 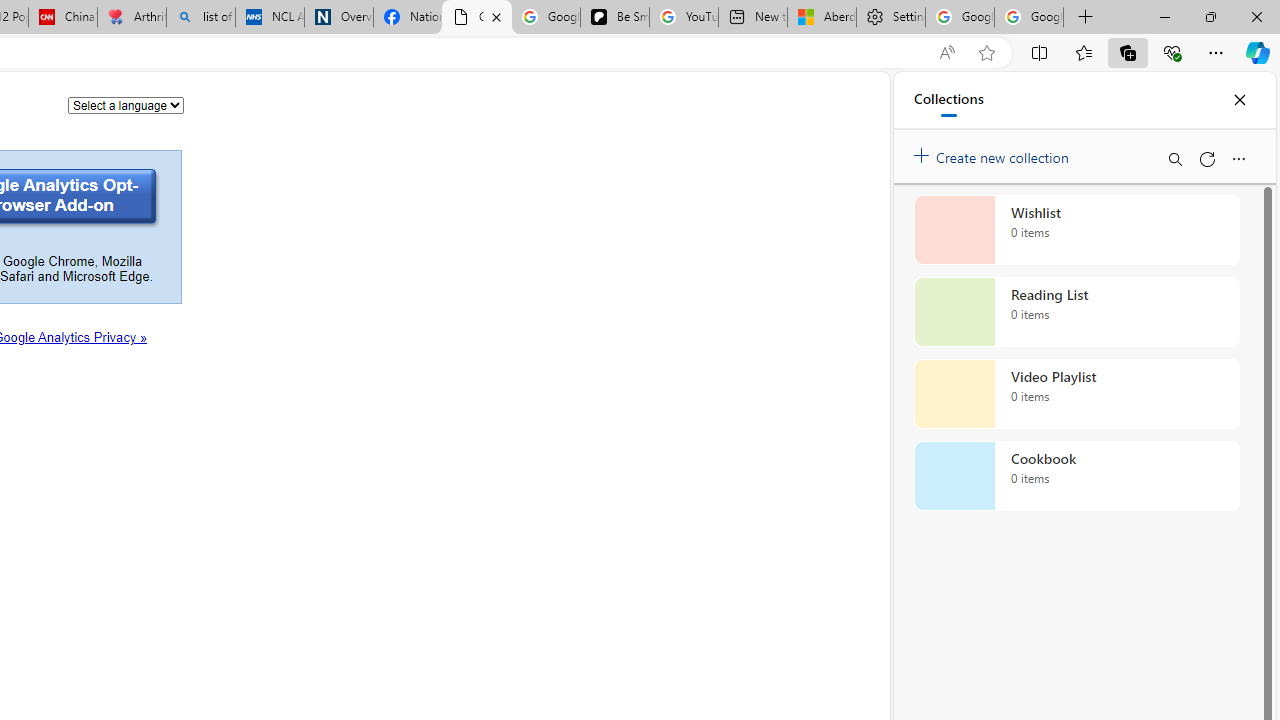 What do you see at coordinates (614, 17) in the screenshot?
I see `'Be Smart | creating Science videos | Patreon'` at bounding box center [614, 17].